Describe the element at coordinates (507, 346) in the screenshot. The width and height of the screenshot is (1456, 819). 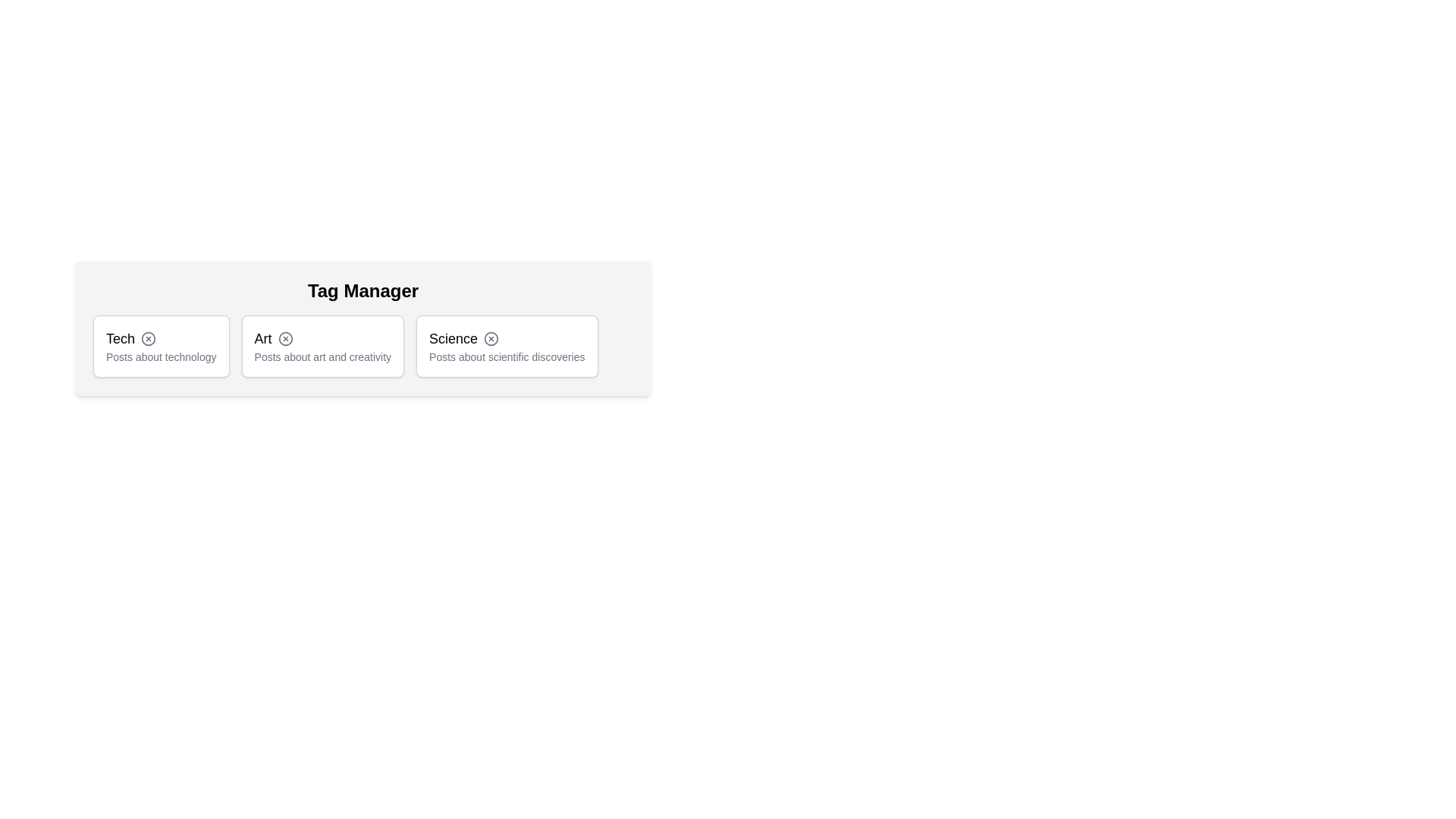
I see `the tag labeled Science to observe its hover effect` at that location.